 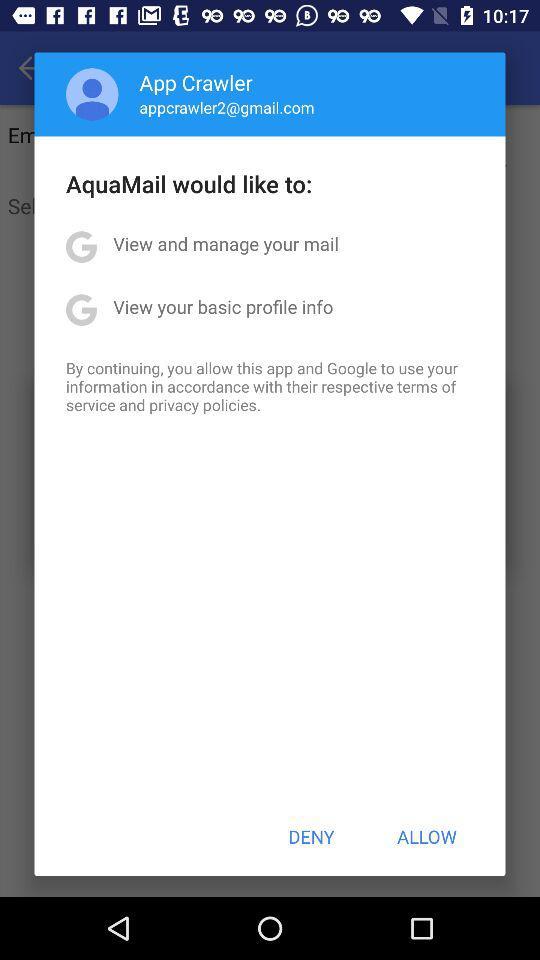 I want to click on item below by continuing you app, so click(x=311, y=836).